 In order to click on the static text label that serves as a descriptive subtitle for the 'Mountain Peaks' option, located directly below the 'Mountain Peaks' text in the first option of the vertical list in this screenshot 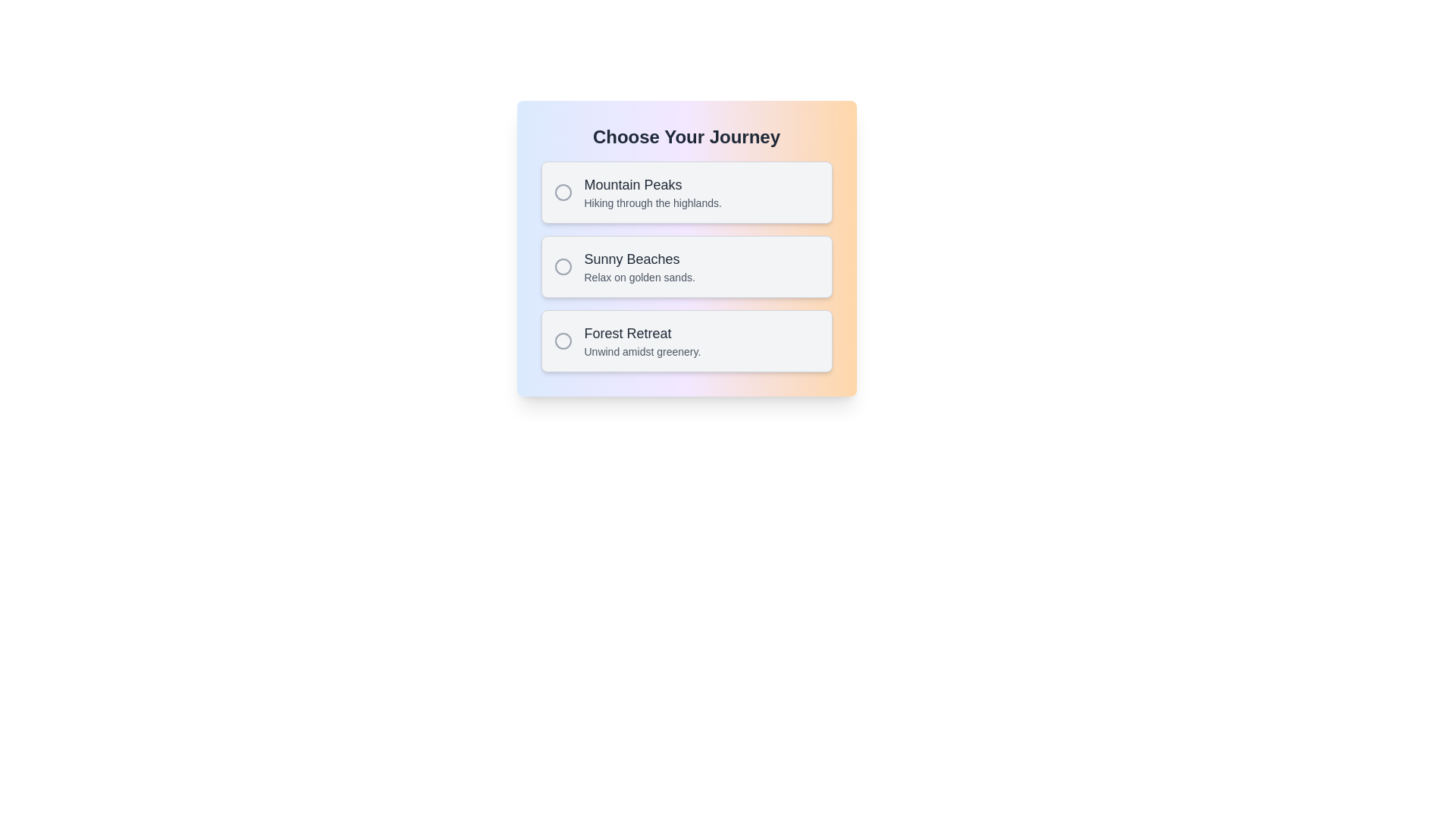, I will do `click(653, 202)`.